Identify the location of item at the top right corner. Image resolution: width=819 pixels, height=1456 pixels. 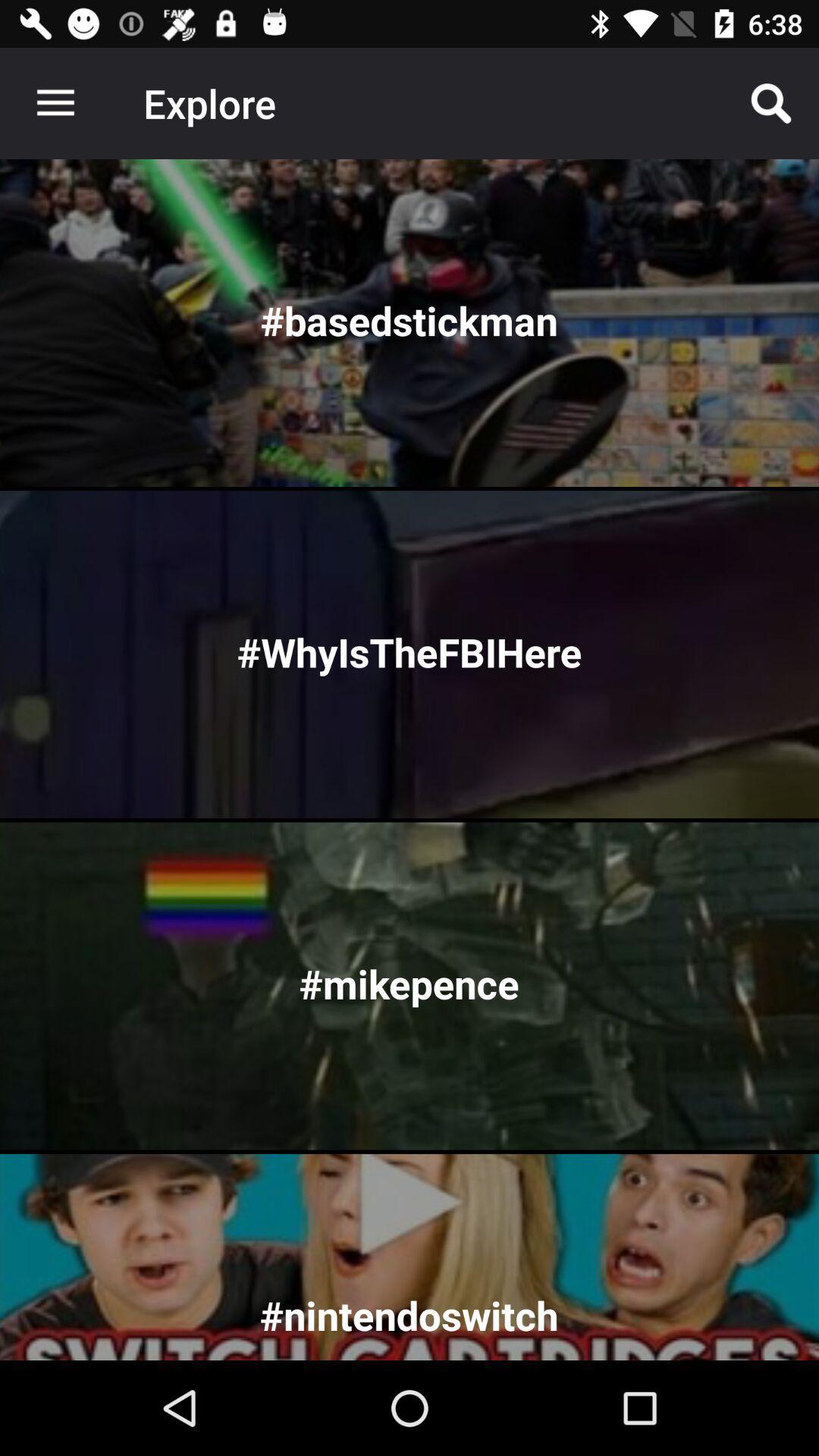
(771, 102).